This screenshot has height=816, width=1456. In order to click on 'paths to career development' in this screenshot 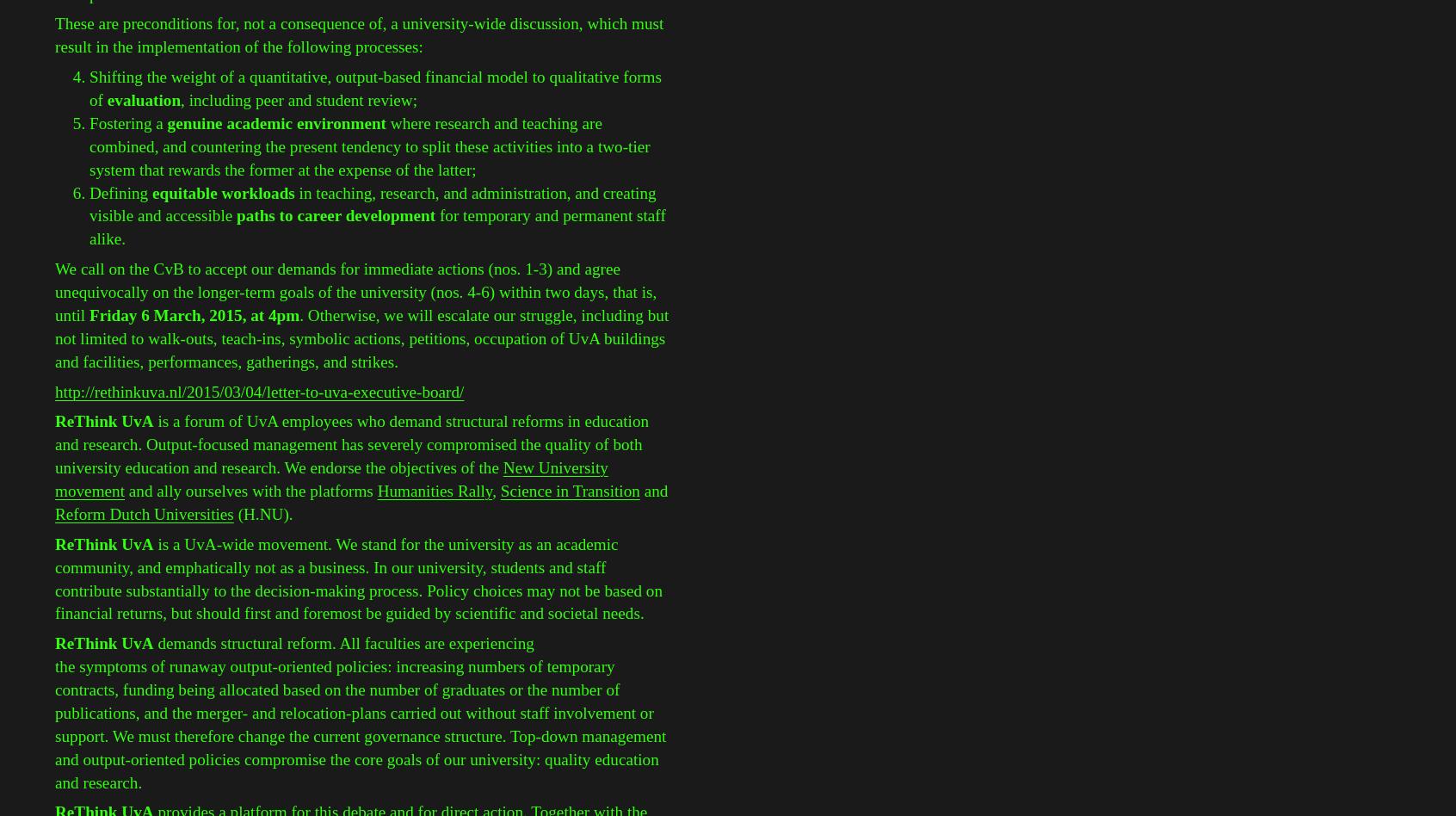, I will do `click(337, 215)`.